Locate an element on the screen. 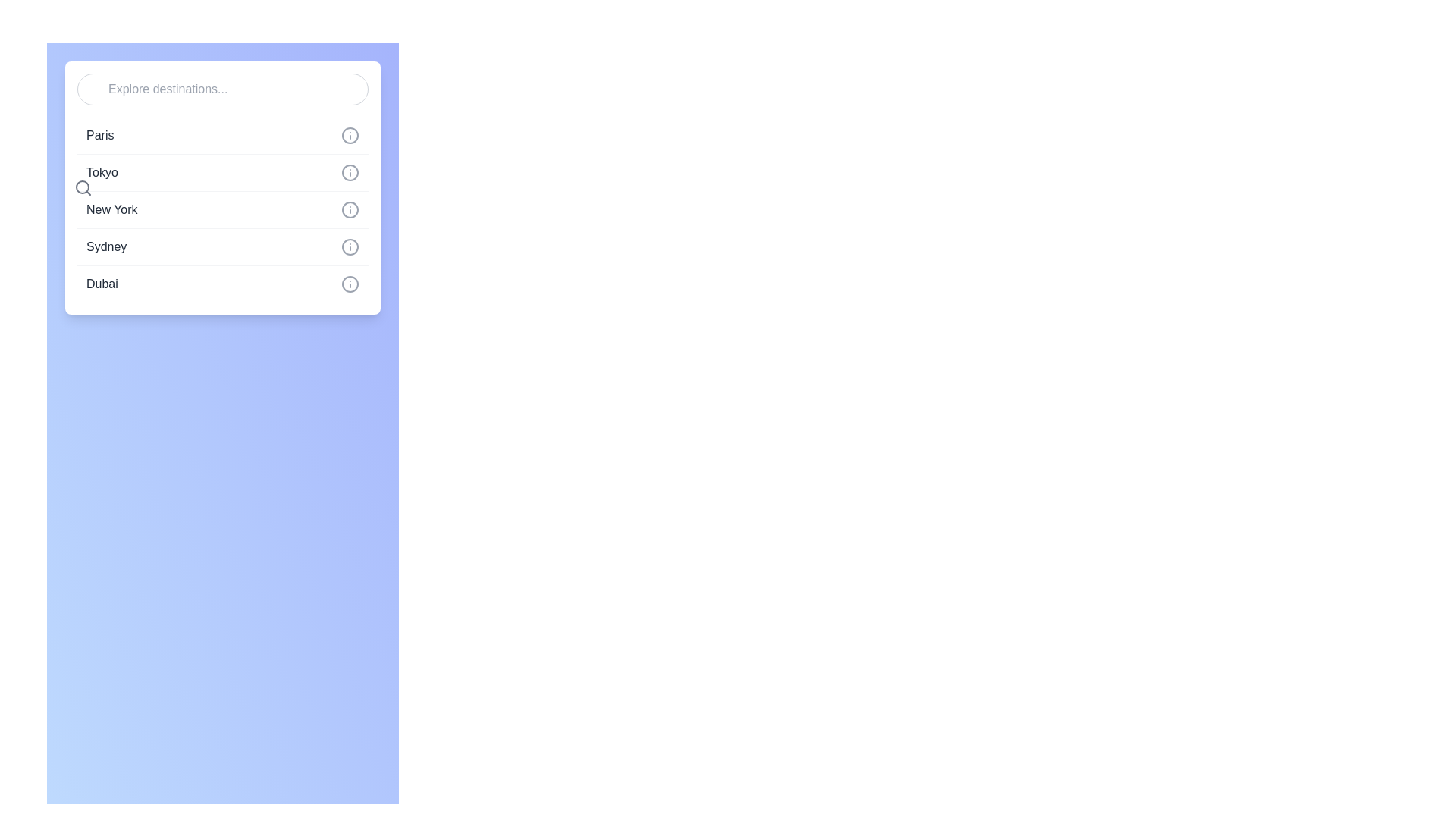 The image size is (1456, 819). the circular information icon with a gray outline located to the right of the 'New York' text in the third row of the dropdown menu is located at coordinates (349, 210).